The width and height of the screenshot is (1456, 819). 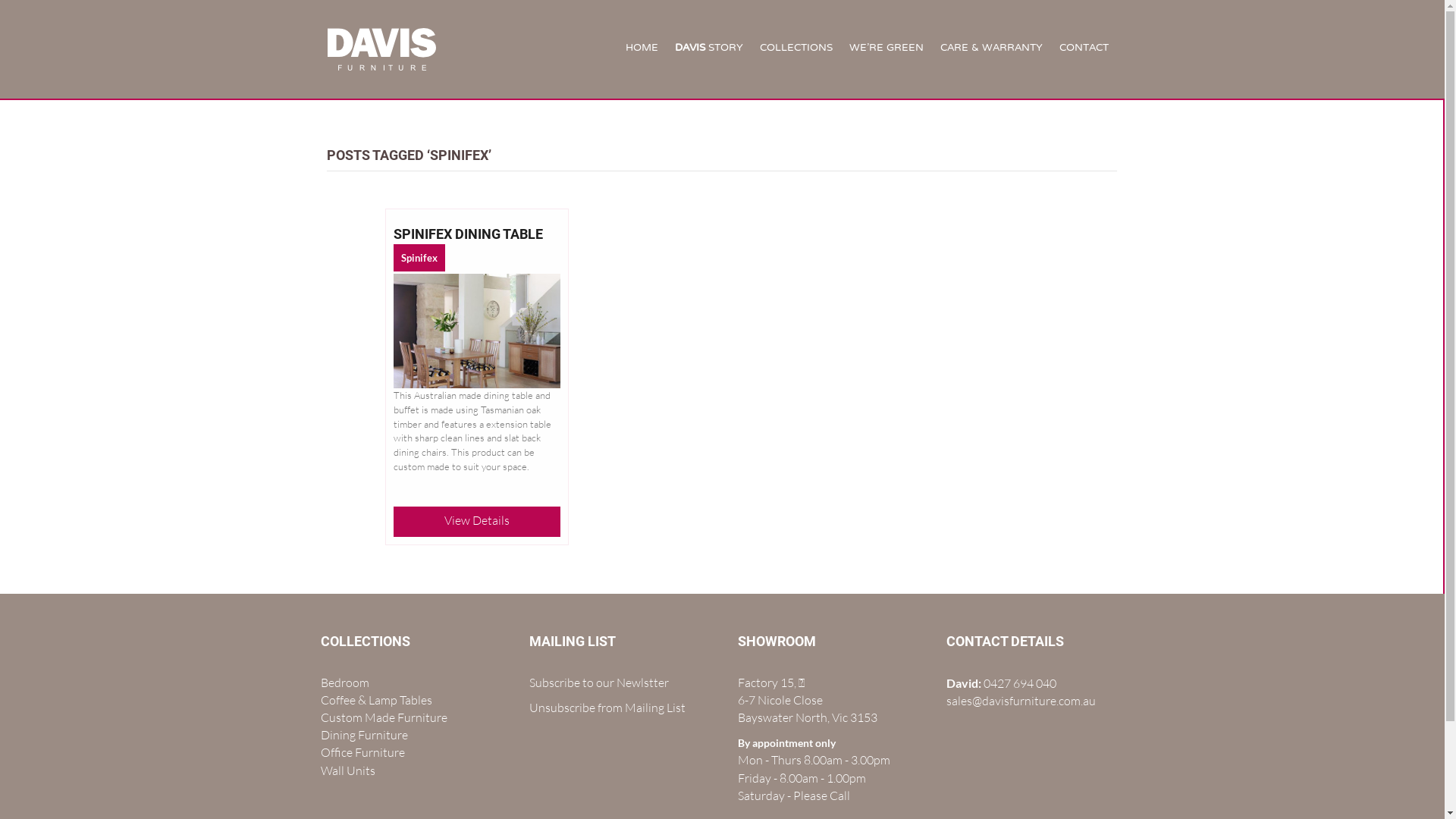 What do you see at coordinates (708, 49) in the screenshot?
I see `'DAVIS STORY'` at bounding box center [708, 49].